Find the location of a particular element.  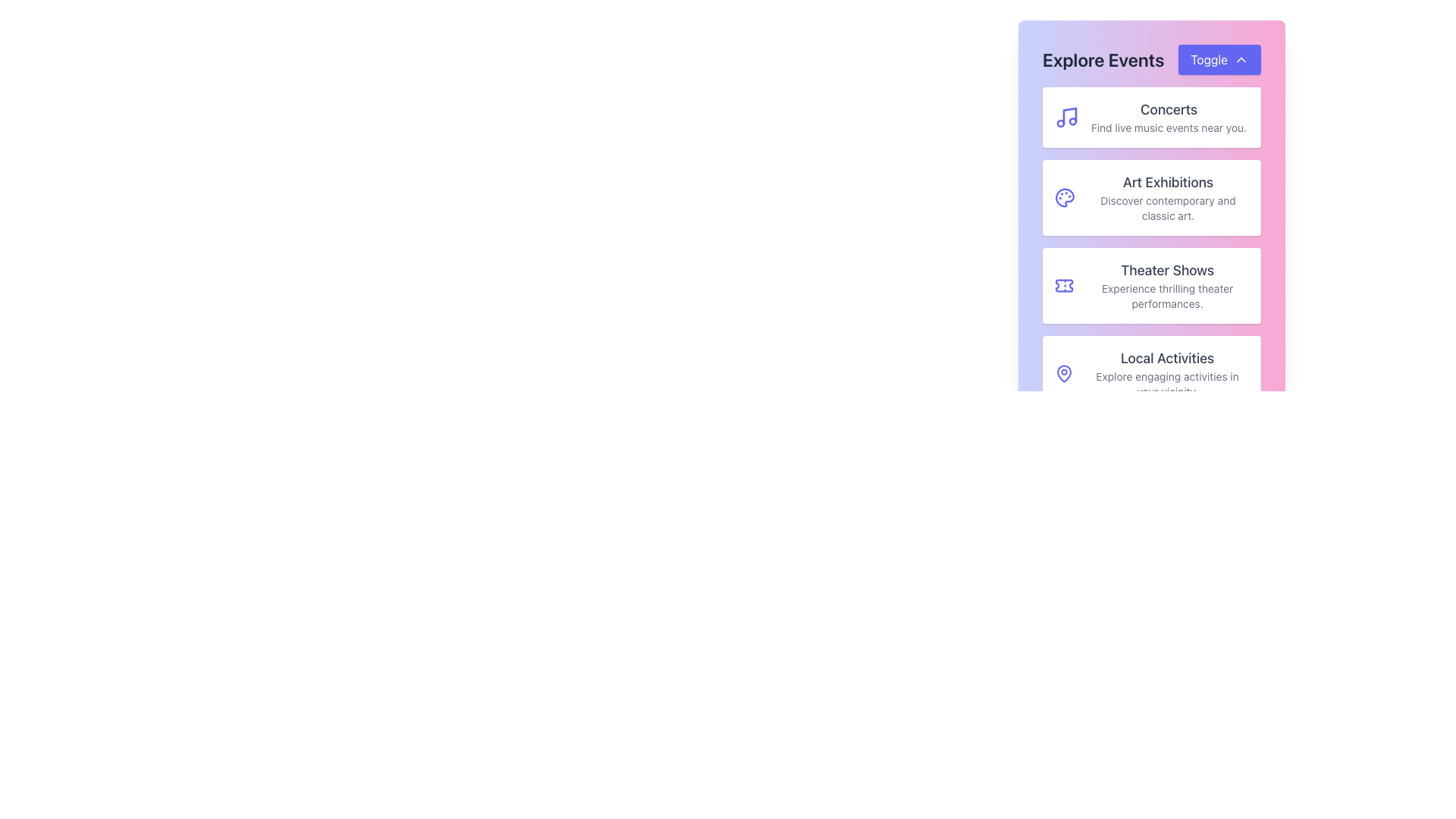

the indigo map pin icon located to the left of the 'Local Activities' text in the bottom-most section of the main content group is located at coordinates (1063, 374).